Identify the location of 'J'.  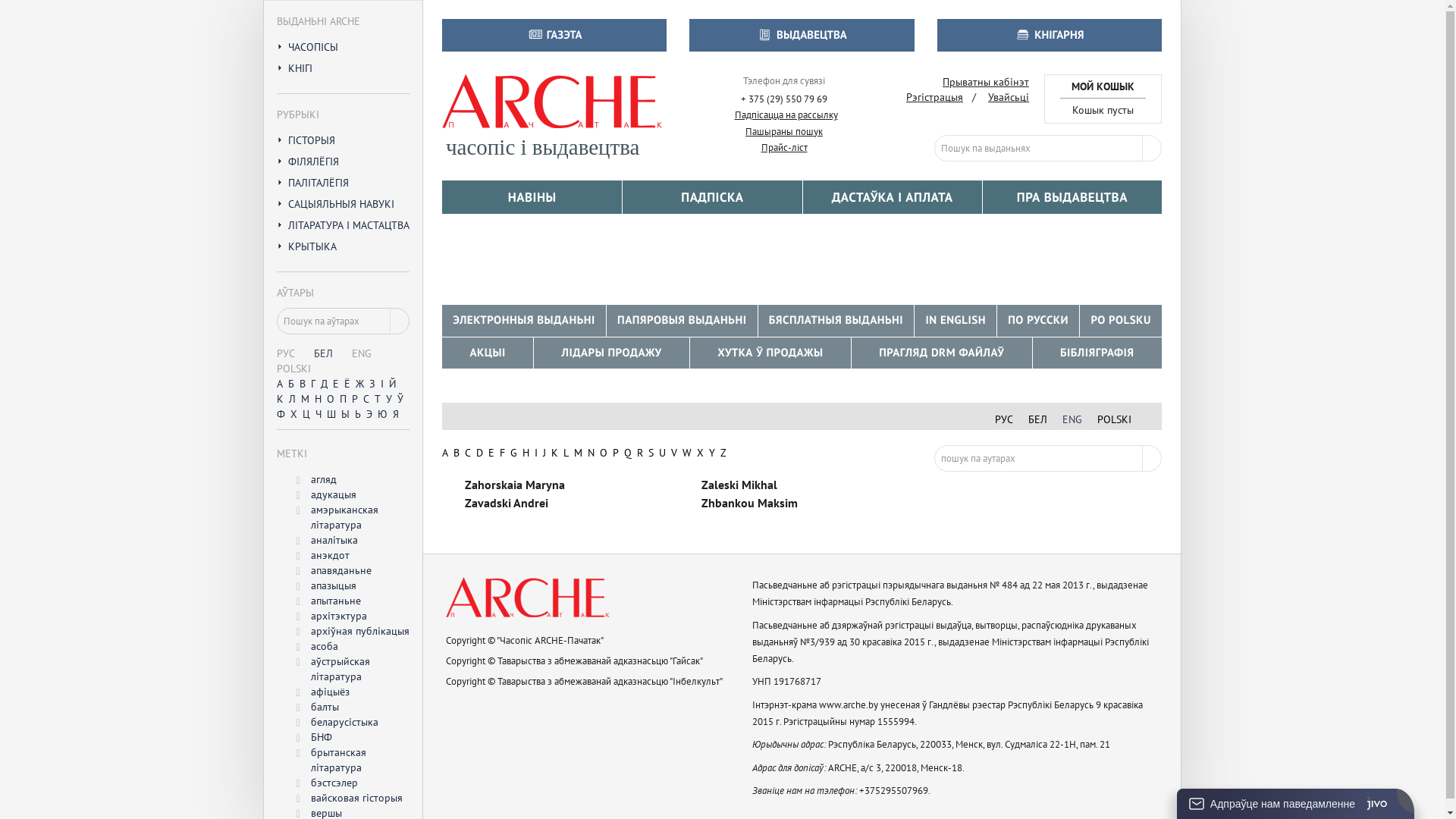
(544, 452).